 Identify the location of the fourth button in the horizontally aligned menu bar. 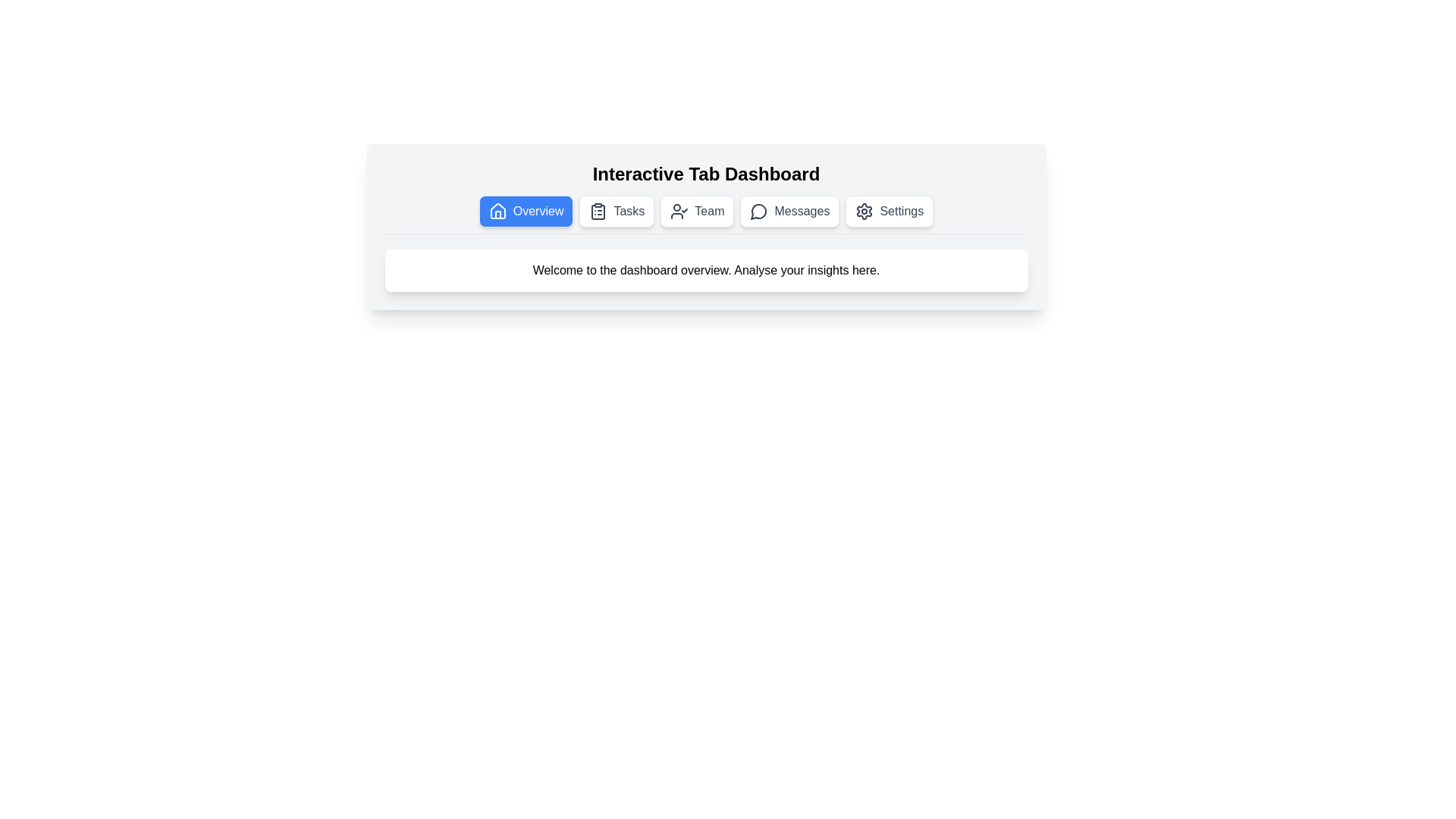
(789, 211).